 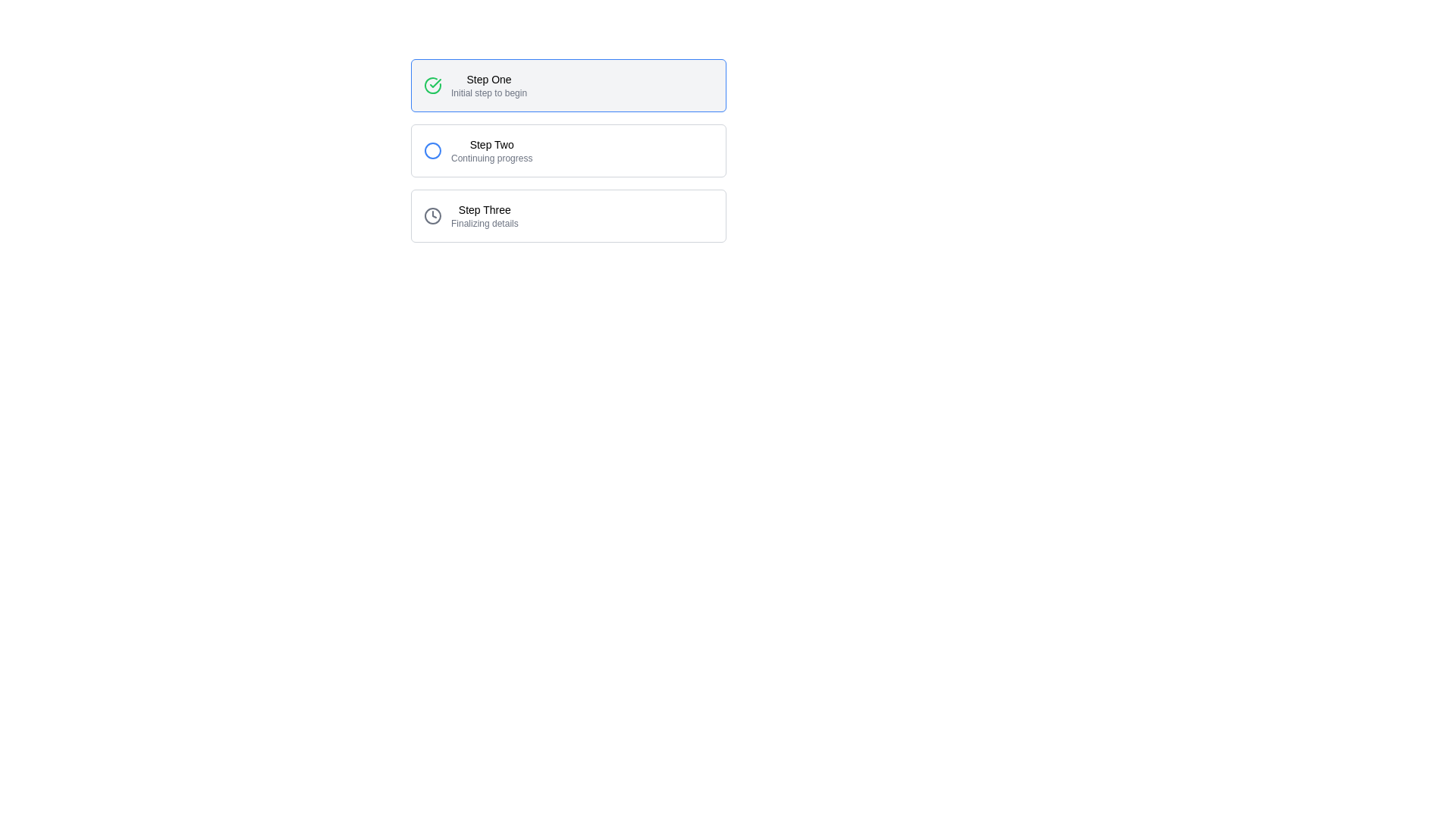 I want to click on the supplementary description text label for 'Step One' located beneath the 'Step One' text and aligned with a checkmark icon, so click(x=489, y=93).